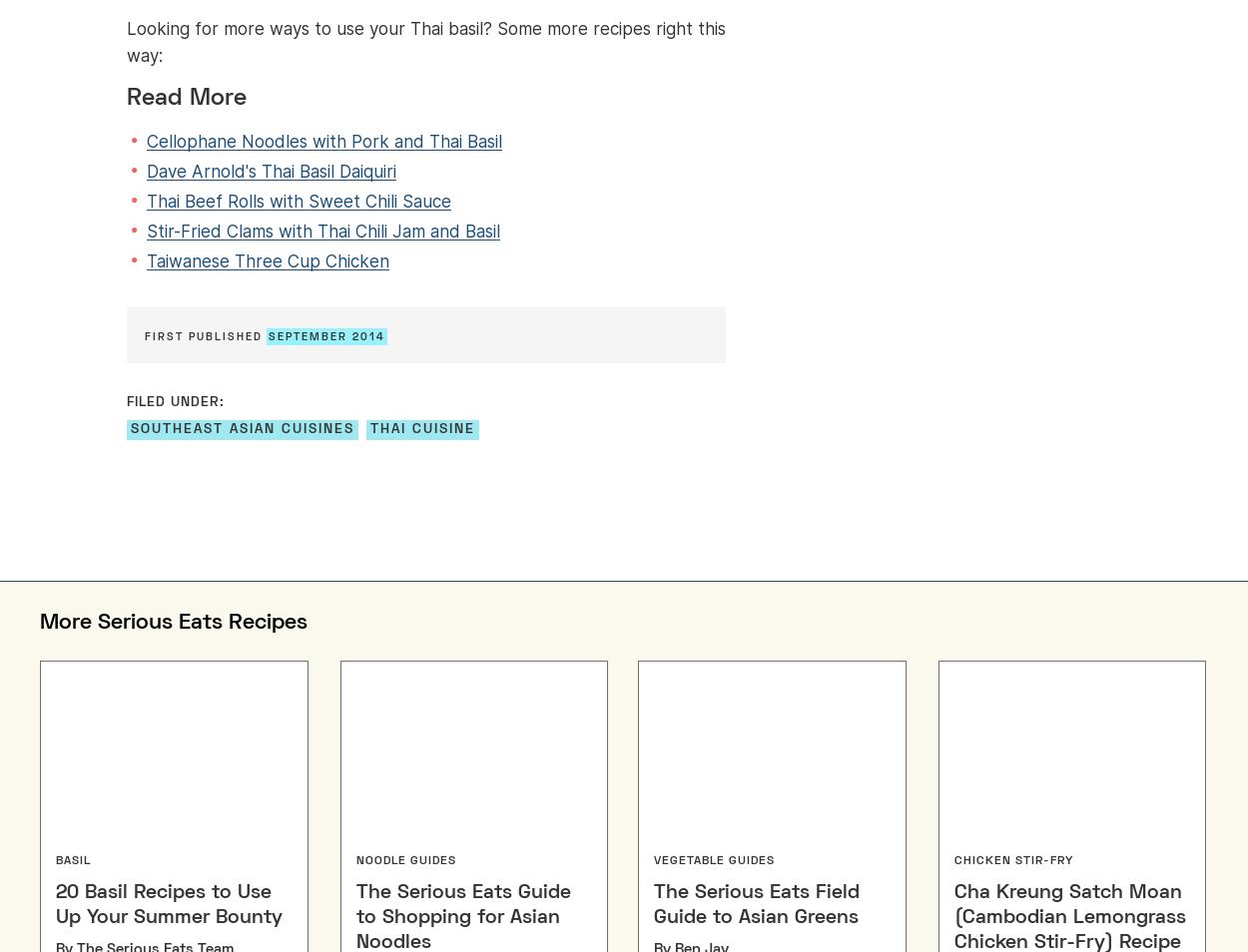 The width and height of the screenshot is (1248, 952). Describe the element at coordinates (127, 41) in the screenshot. I see `'Looking for more ways to use your Thai basil? Some more recipes right this way:'` at that location.